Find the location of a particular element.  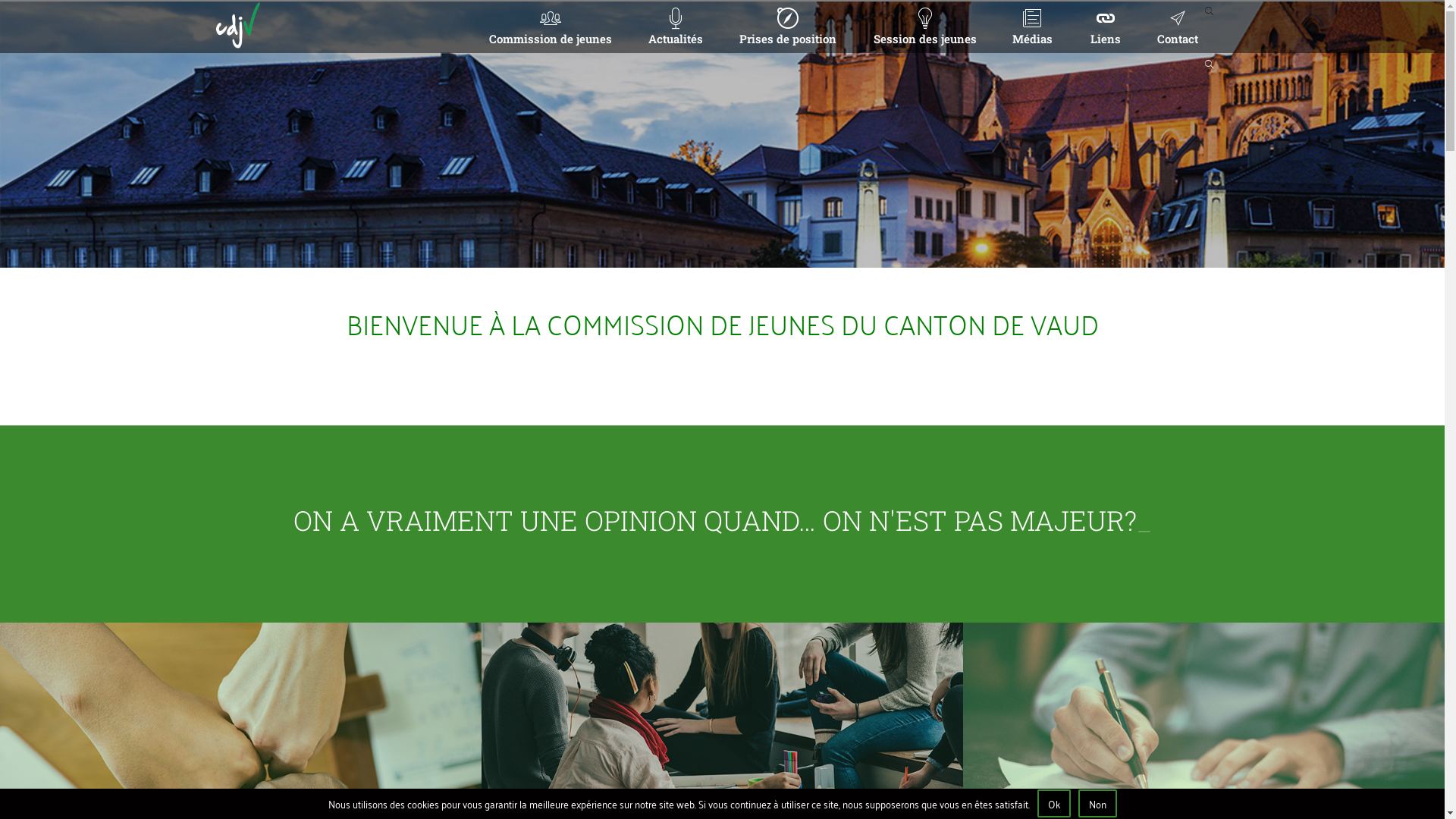

'konsept' is located at coordinates (1139, 769).